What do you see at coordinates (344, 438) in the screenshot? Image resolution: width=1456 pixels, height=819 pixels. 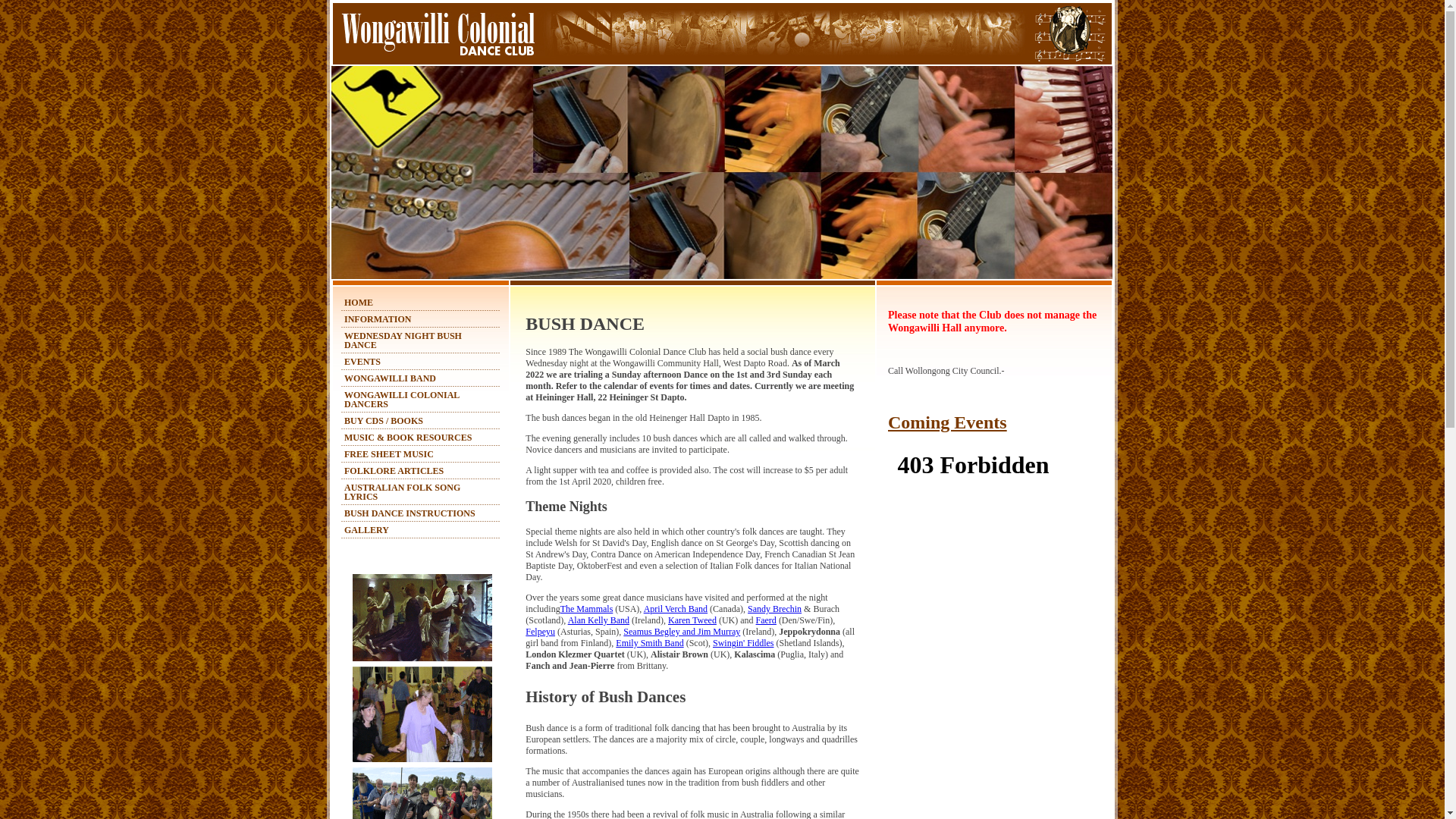 I see `'MUSIC & BOOK RESOURCES'` at bounding box center [344, 438].